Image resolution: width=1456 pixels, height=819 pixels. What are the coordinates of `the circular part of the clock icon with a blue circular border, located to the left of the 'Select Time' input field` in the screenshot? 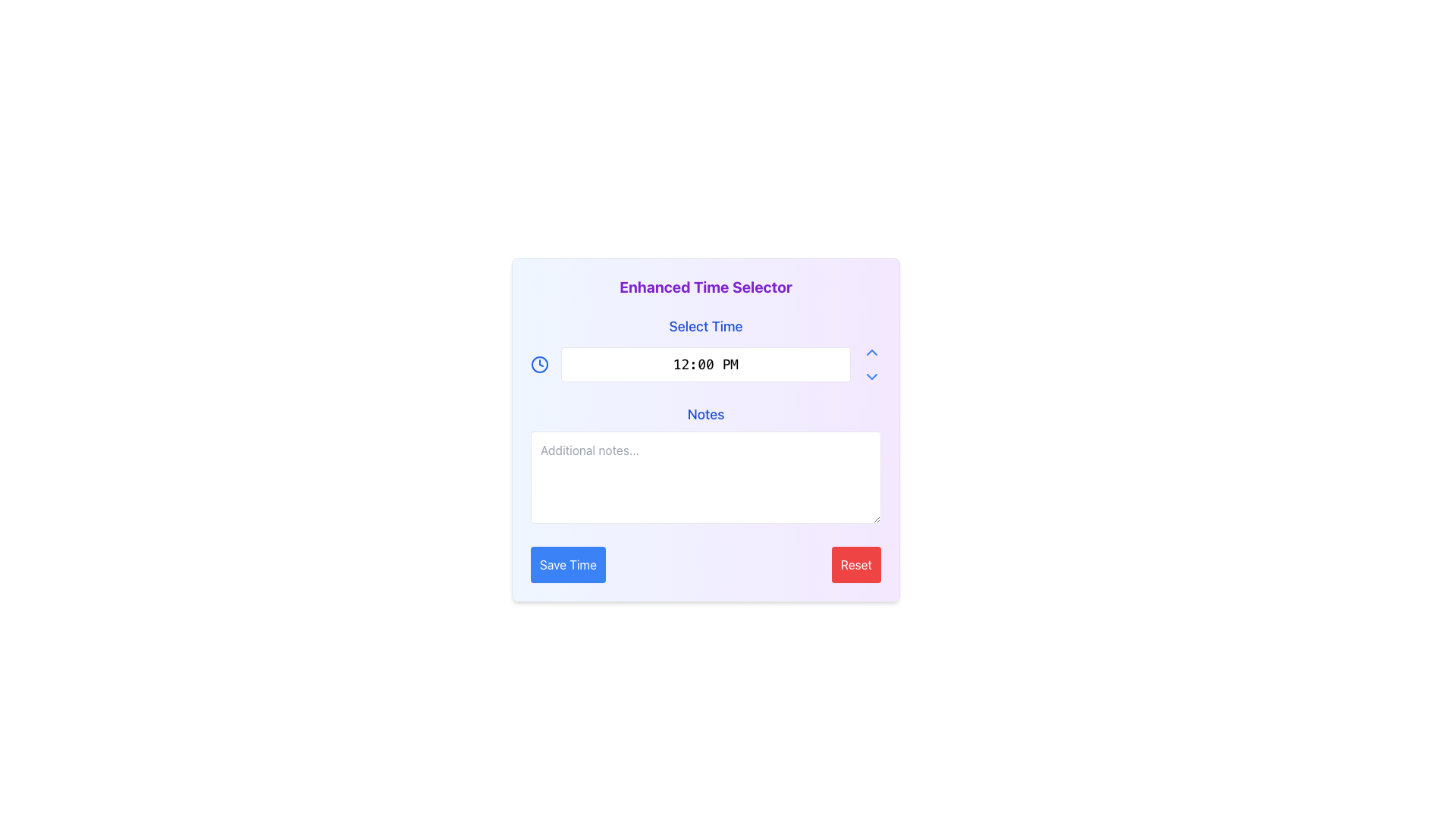 It's located at (539, 365).